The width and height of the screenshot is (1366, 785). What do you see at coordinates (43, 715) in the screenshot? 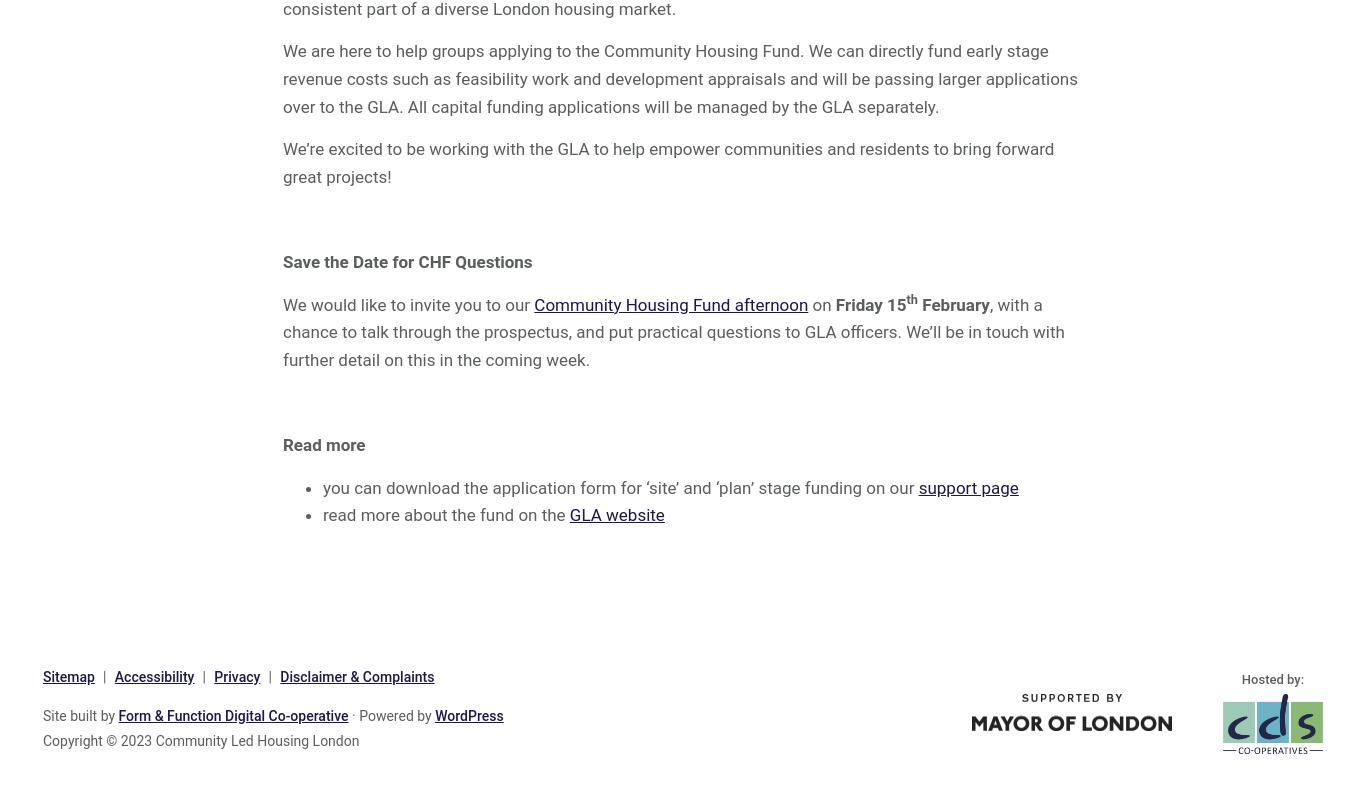
I see `'Site built by'` at bounding box center [43, 715].